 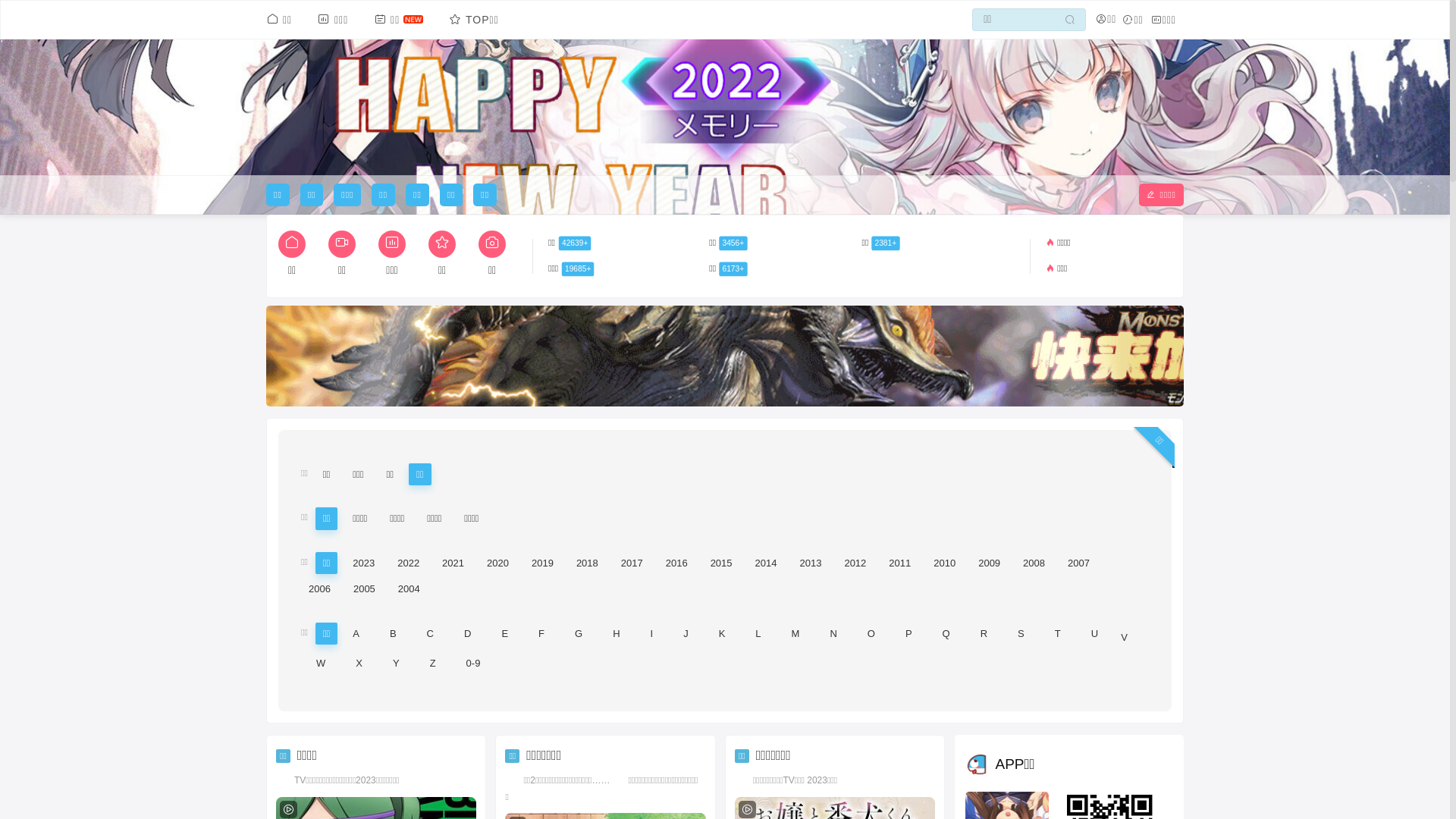 I want to click on '2008', so click(x=1033, y=563).